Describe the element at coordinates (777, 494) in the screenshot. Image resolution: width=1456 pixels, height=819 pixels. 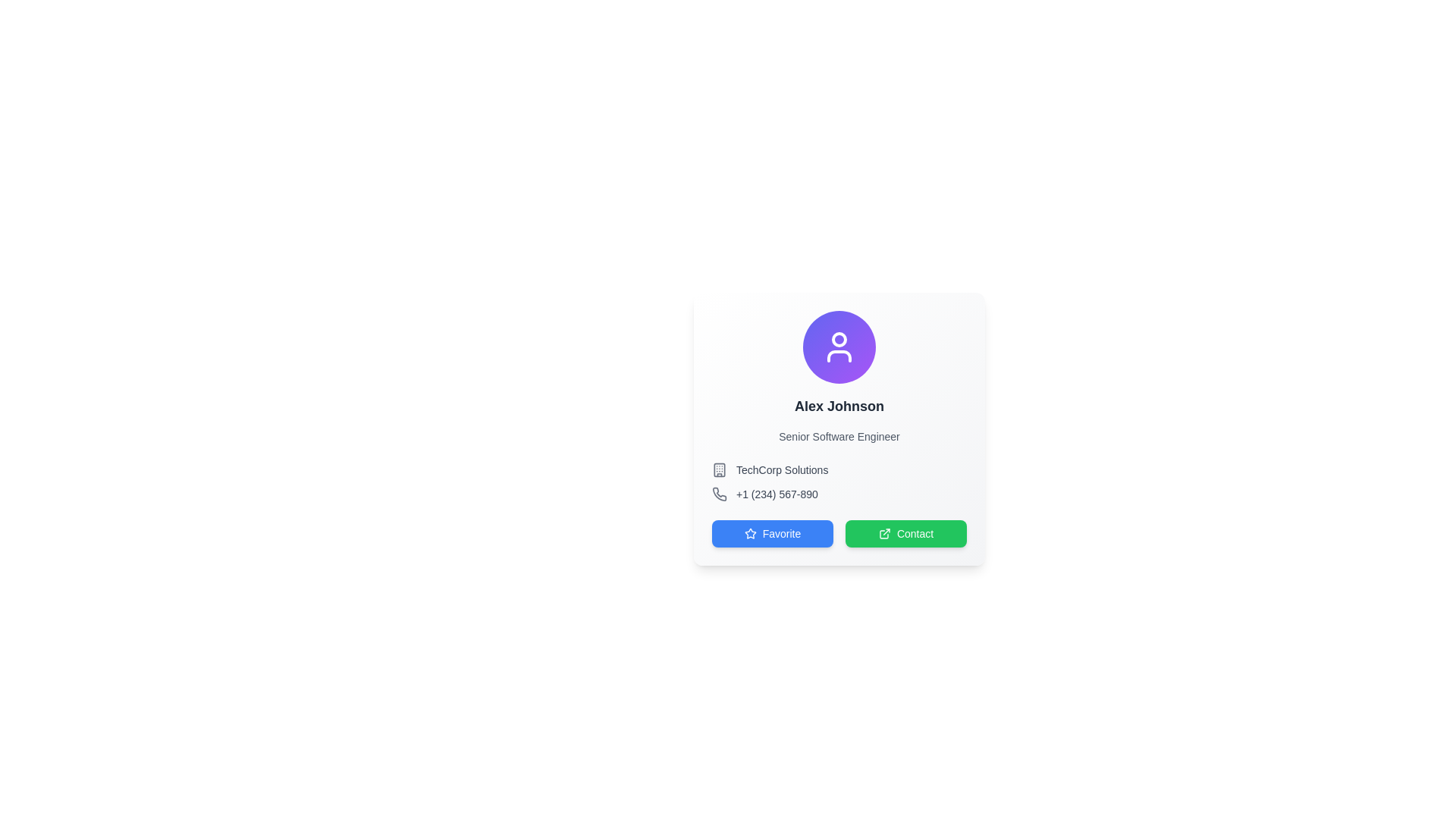
I see `the phone number text, which is styled with a smaller font size and gray color, located near a phone icon in the contact card` at that location.